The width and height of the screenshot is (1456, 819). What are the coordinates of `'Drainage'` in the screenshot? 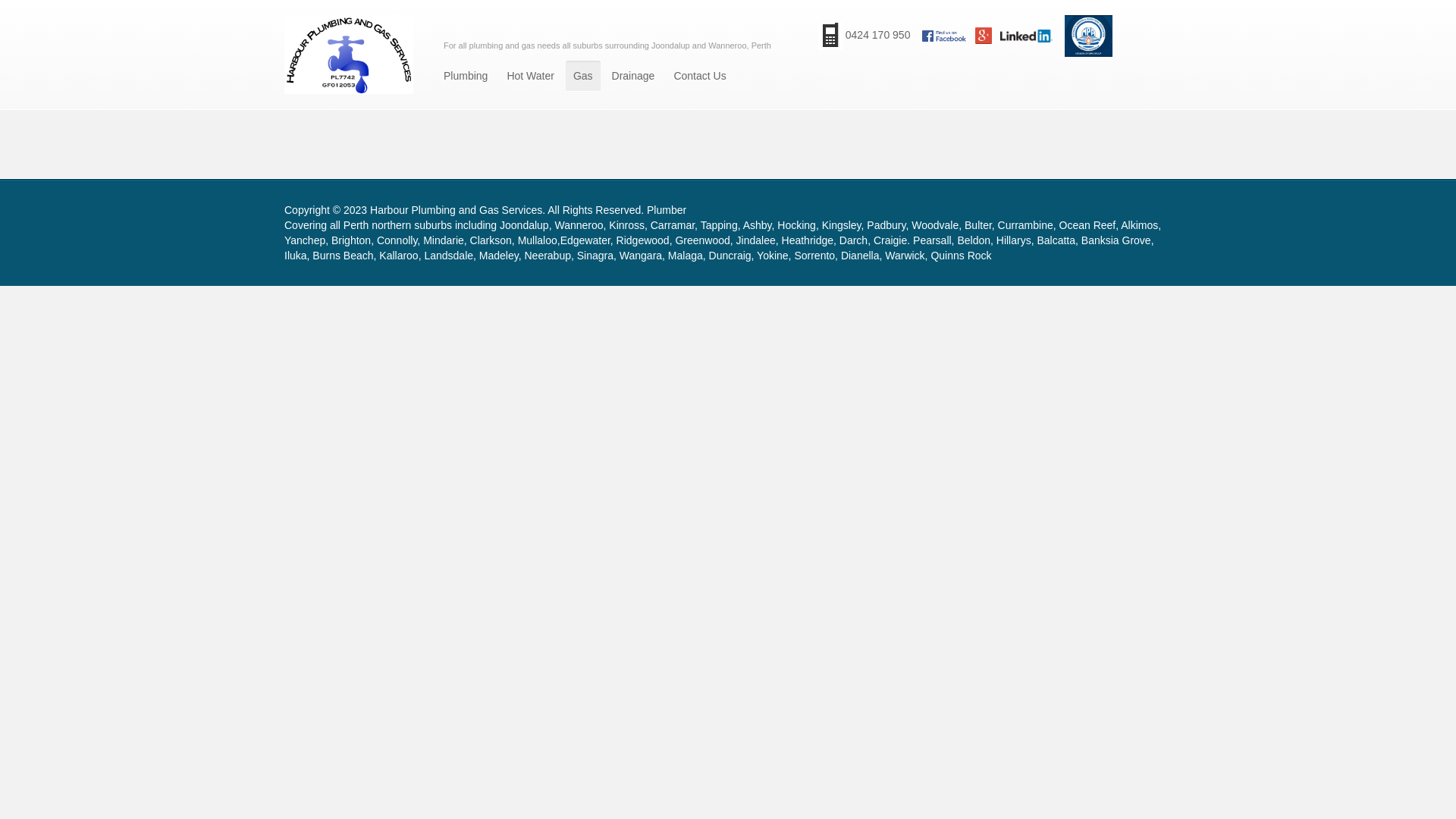 It's located at (633, 76).